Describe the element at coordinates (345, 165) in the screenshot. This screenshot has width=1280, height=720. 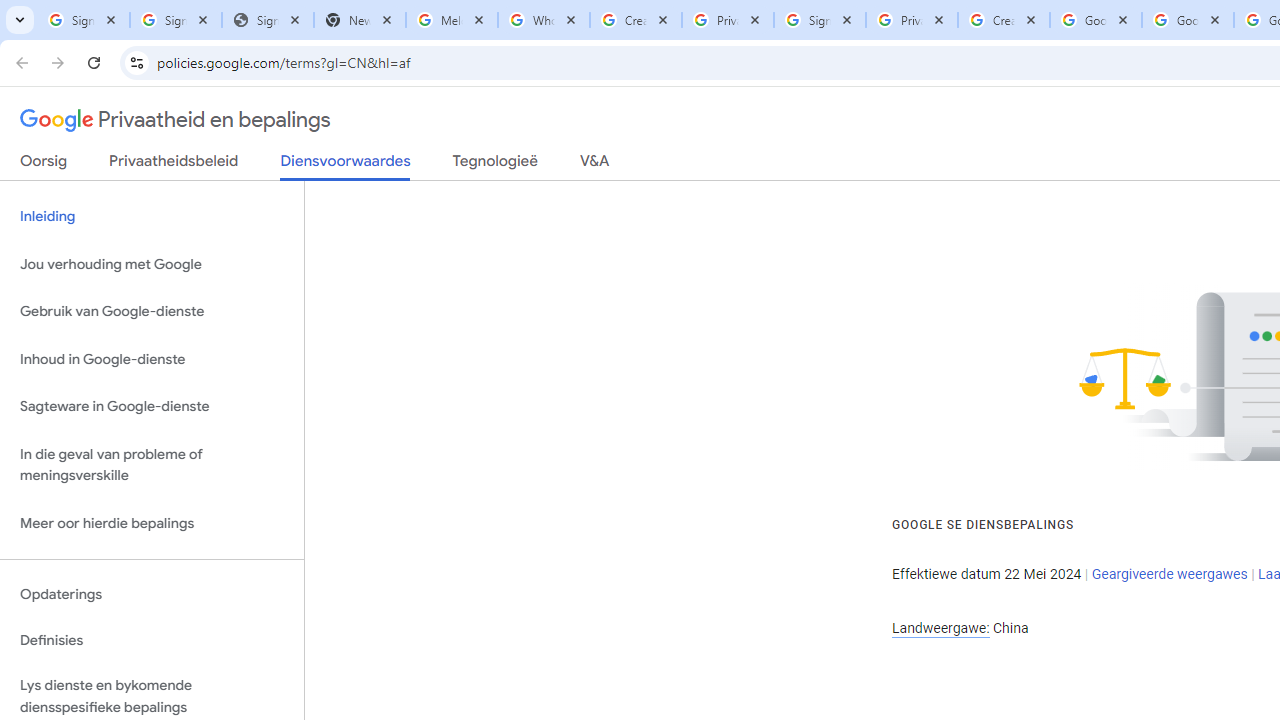
I see `'Diensvoorwaardes'` at that location.